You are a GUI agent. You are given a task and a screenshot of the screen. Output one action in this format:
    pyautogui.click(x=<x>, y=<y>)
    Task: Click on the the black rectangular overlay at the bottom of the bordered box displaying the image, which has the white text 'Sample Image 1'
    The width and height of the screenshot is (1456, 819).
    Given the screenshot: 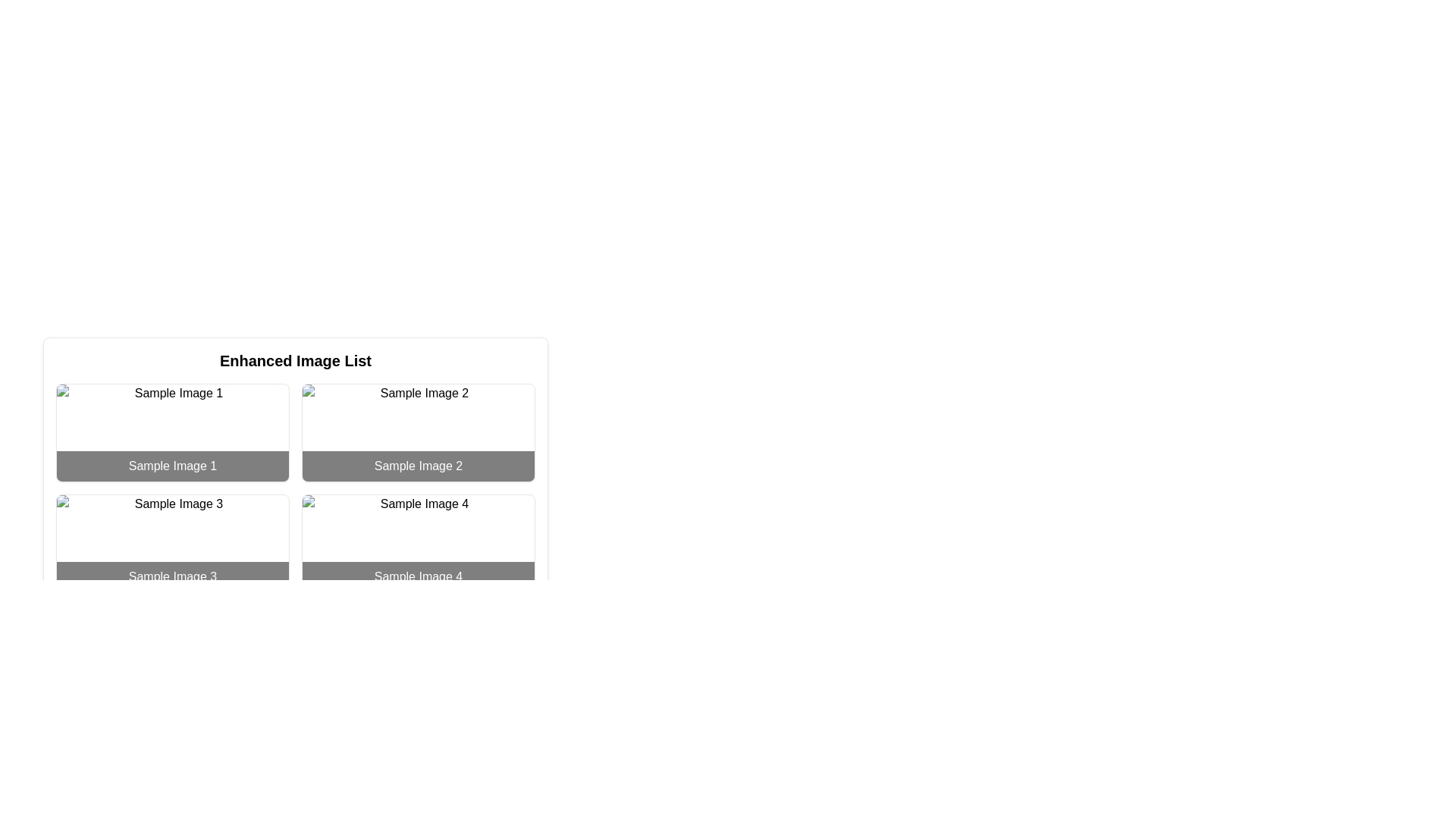 What is the action you would take?
    pyautogui.click(x=172, y=465)
    